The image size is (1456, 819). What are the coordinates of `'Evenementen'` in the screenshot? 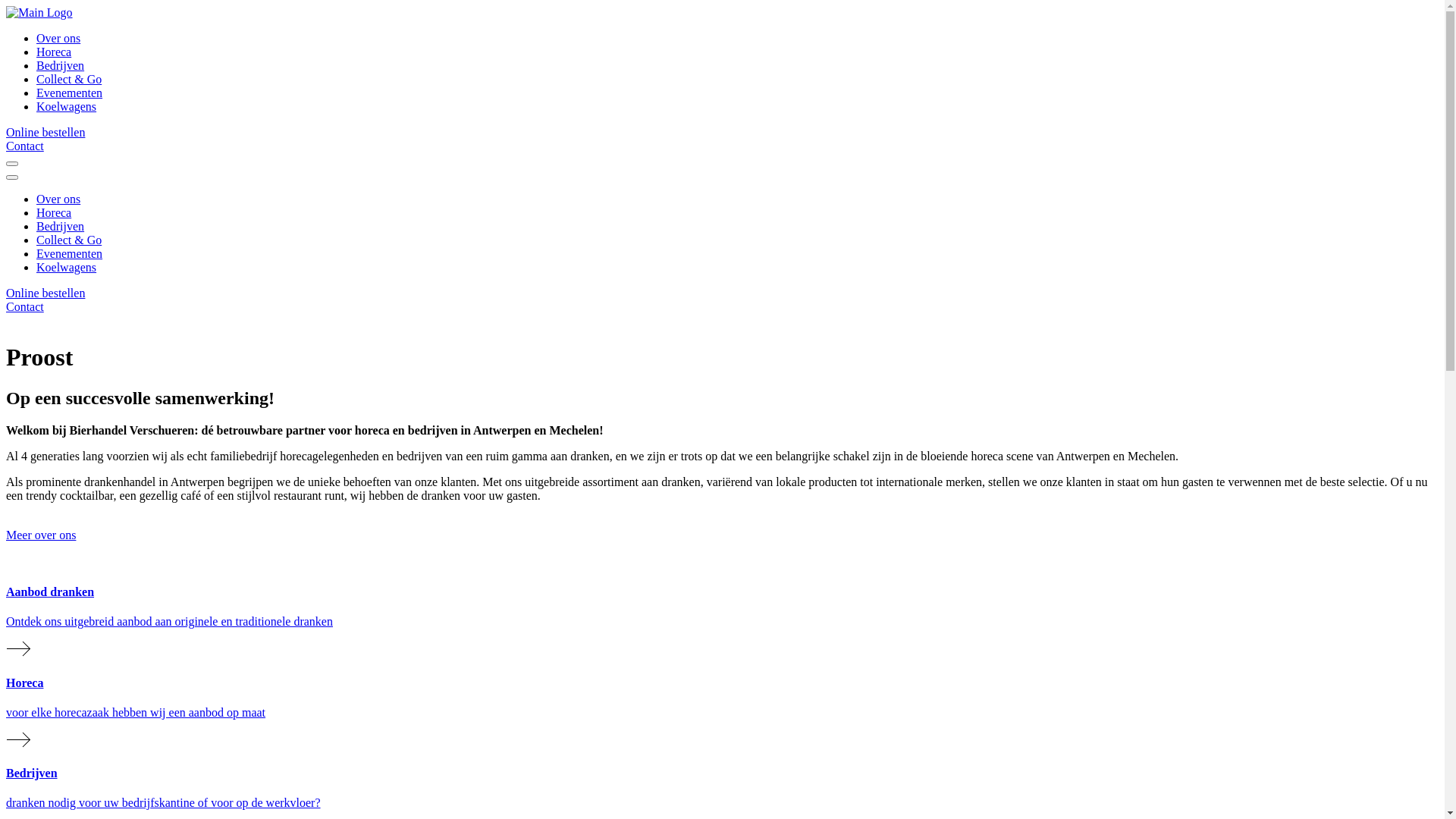 It's located at (68, 93).